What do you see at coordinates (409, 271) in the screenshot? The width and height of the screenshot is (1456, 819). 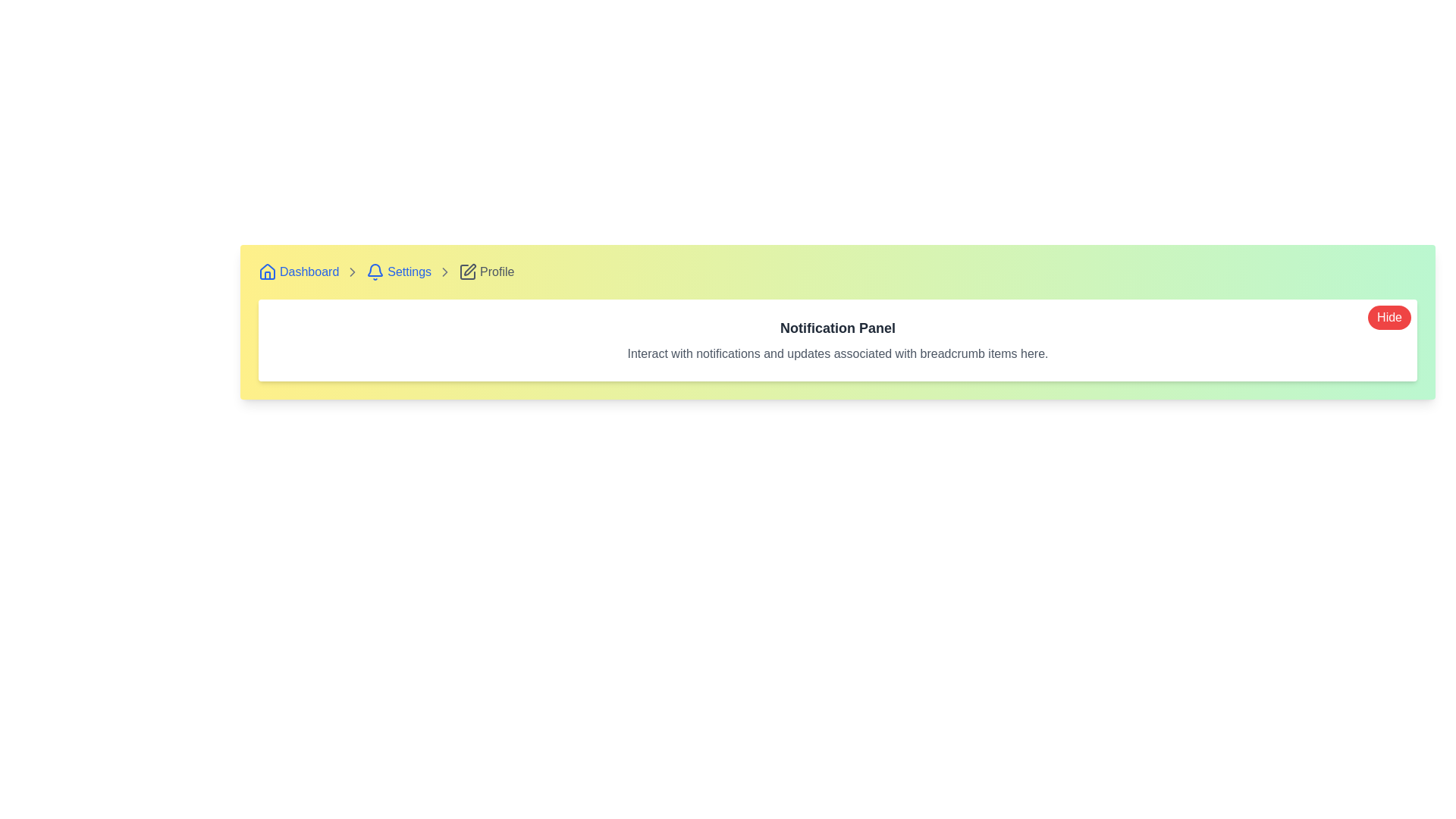 I see `the 'Settings' text link located` at bounding box center [409, 271].